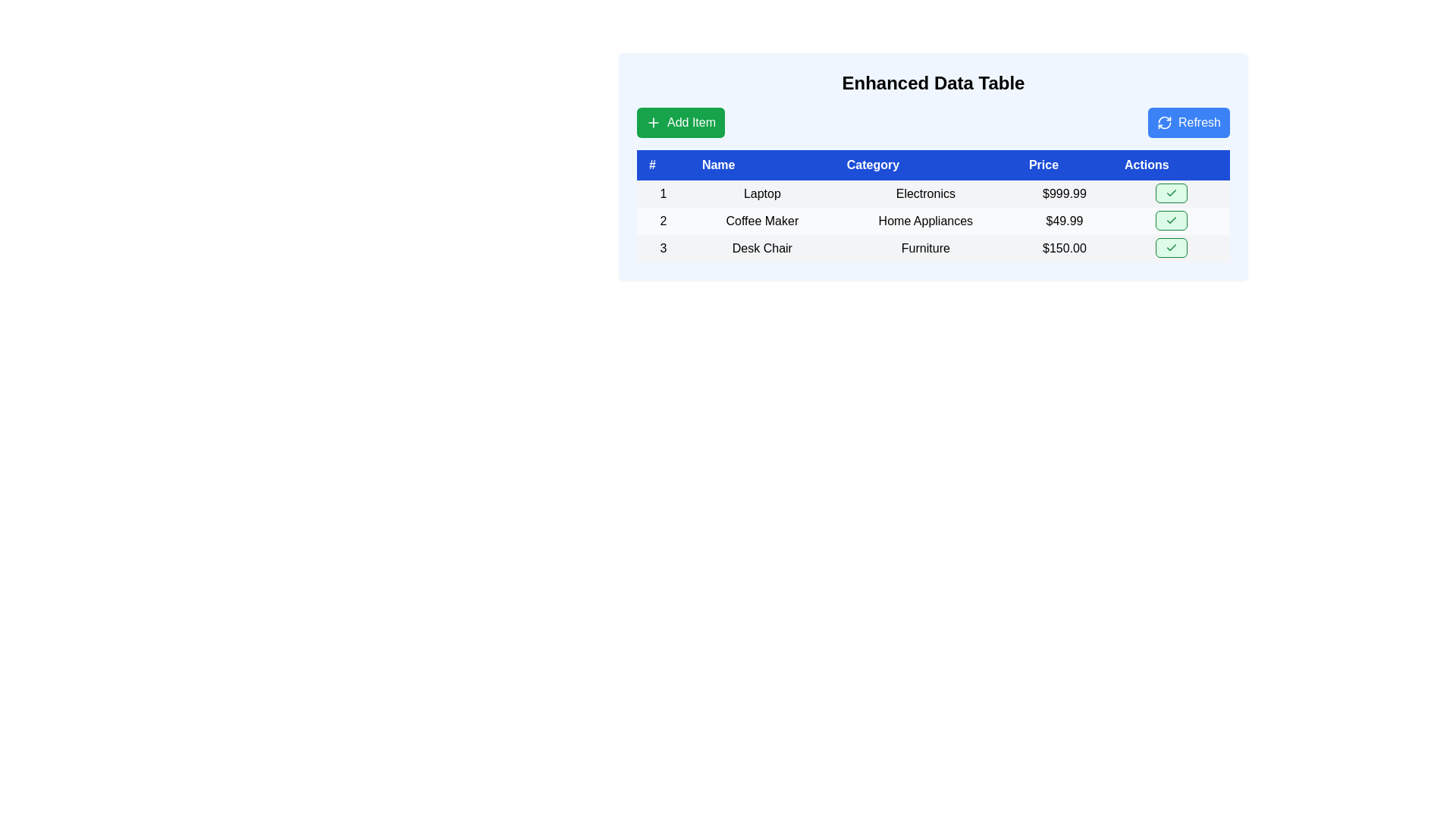 The width and height of the screenshot is (1456, 819). I want to click on text label indicating the category 'Desk Chair' located in the third row of the table under the 'Category' column, so click(924, 247).